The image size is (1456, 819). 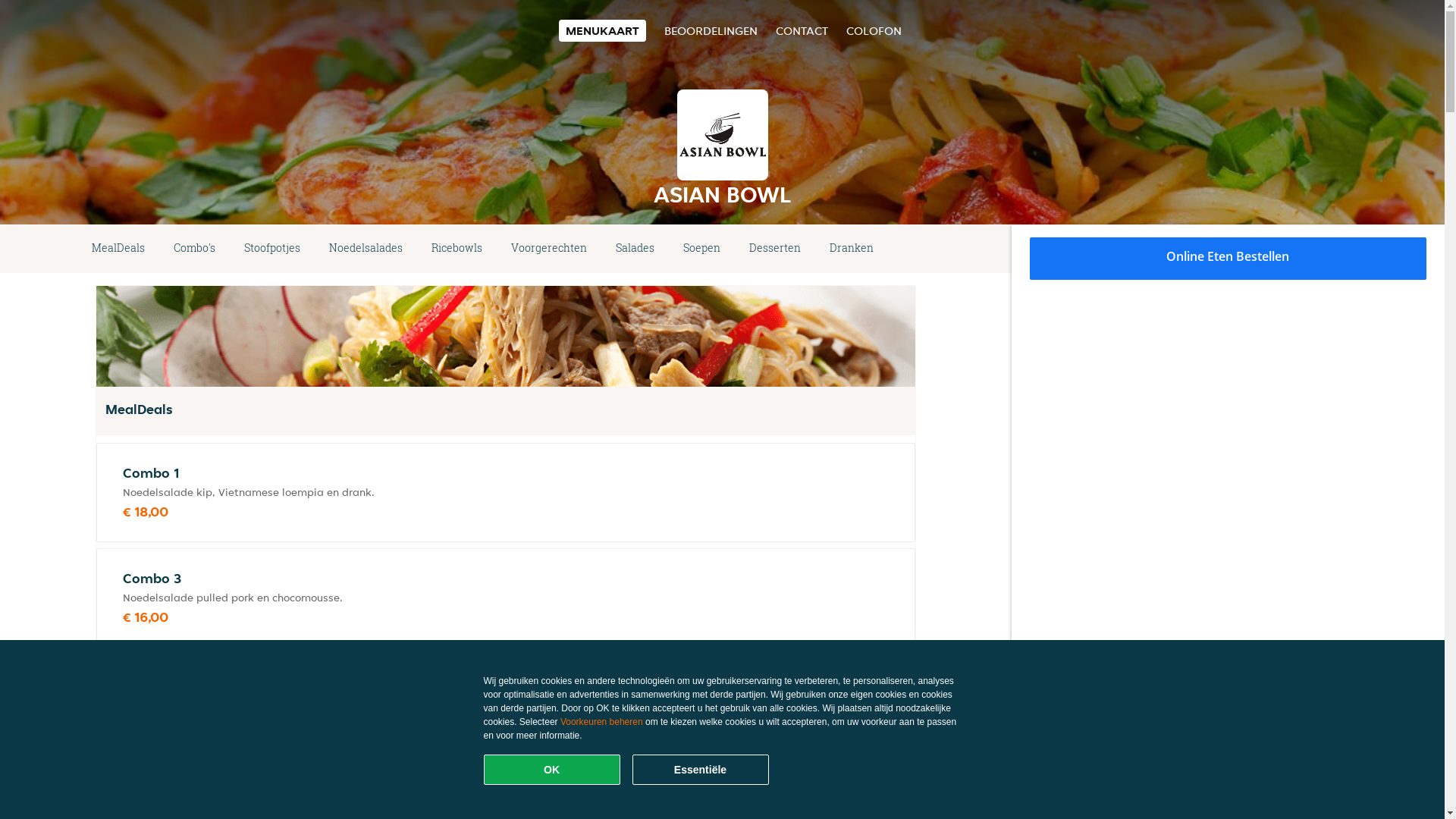 I want to click on 'Noedelsalades', so click(x=366, y=247).